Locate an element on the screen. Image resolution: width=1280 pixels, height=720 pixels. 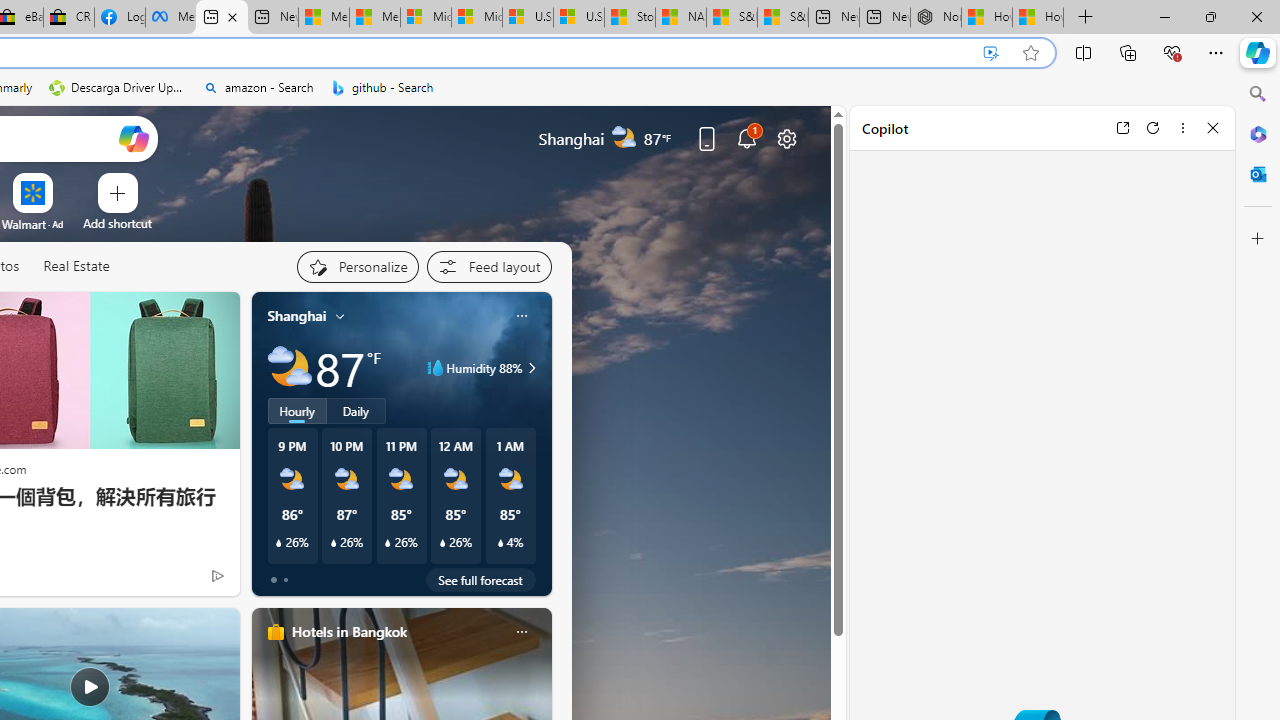
'Page settings' is located at coordinates (785, 137).